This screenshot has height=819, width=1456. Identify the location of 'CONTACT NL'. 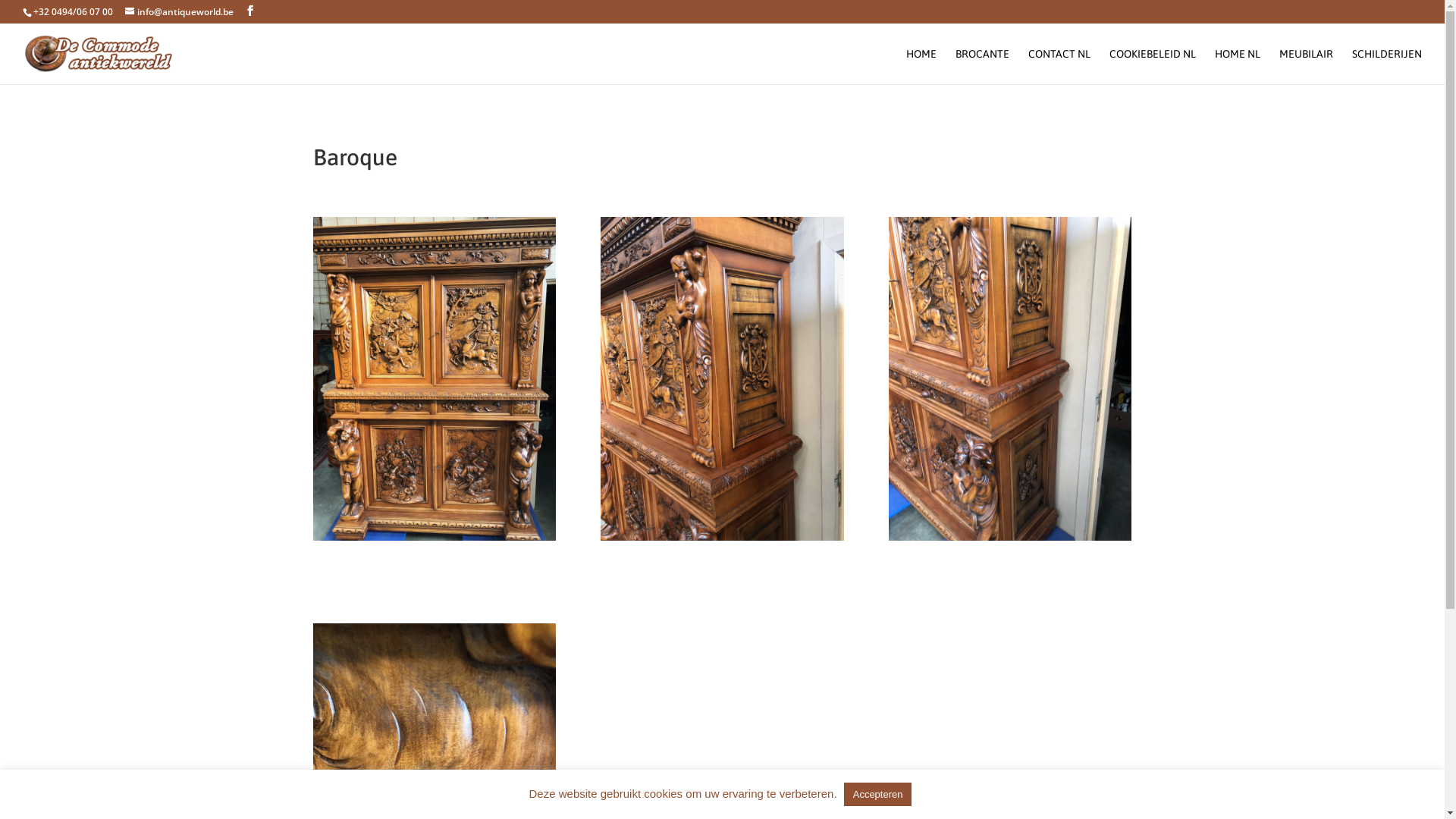
(1058, 65).